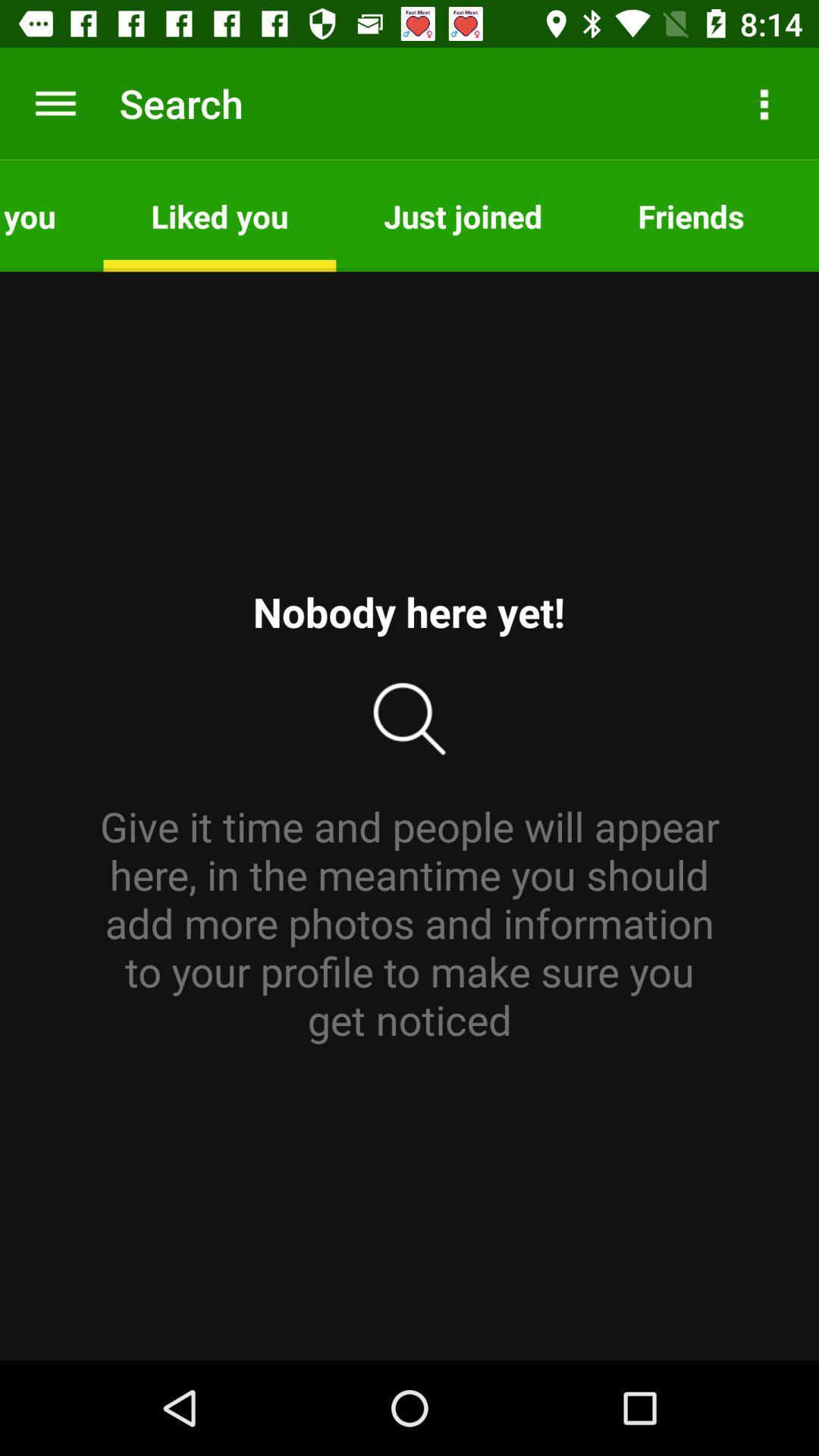  Describe the element at coordinates (51, 215) in the screenshot. I see `the item above give it time app` at that location.